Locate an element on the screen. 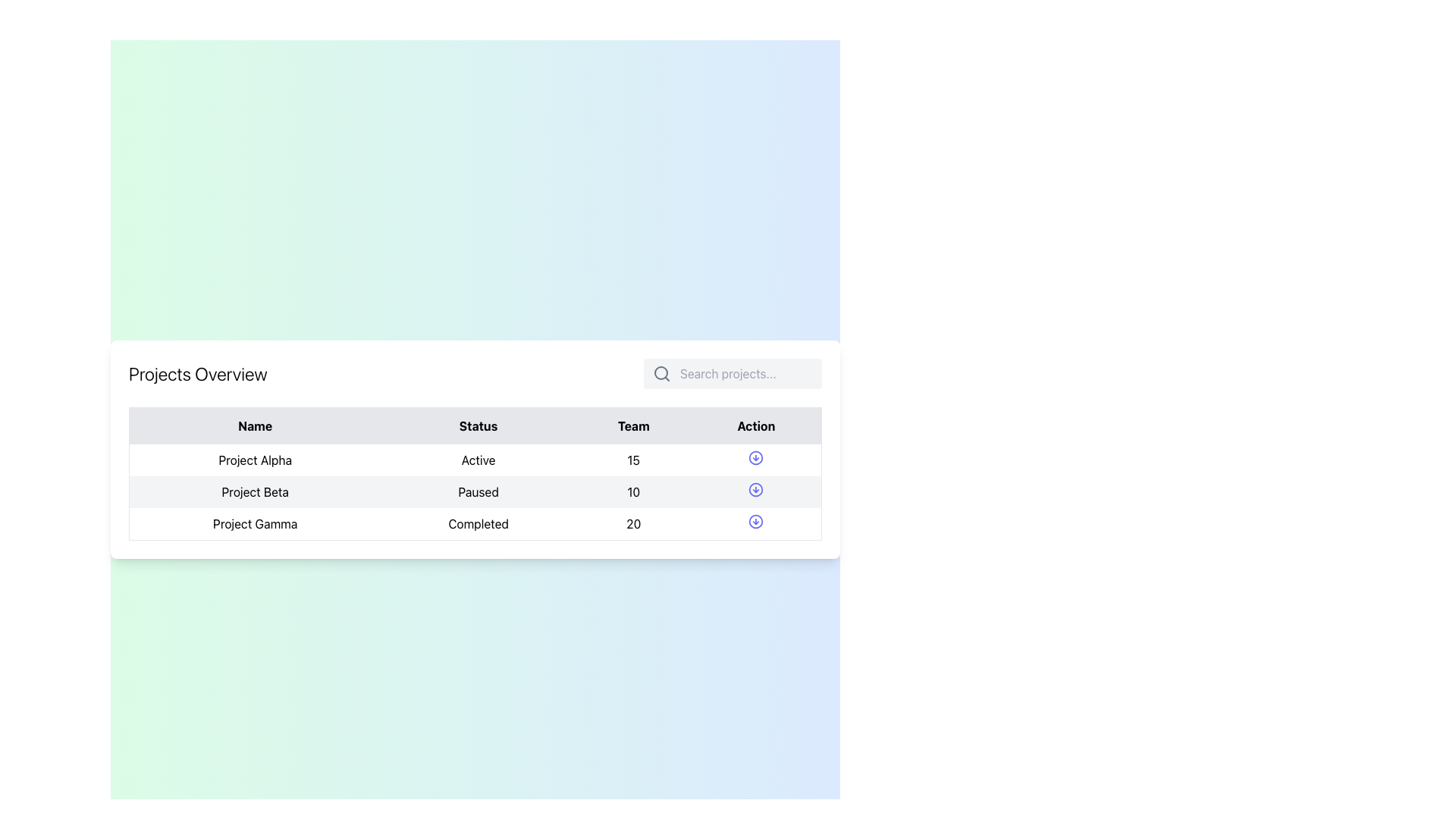  the circular blue icon with a downward arrow located in the last row of the 'Action' column under 'Project Gamma' is located at coordinates (756, 520).